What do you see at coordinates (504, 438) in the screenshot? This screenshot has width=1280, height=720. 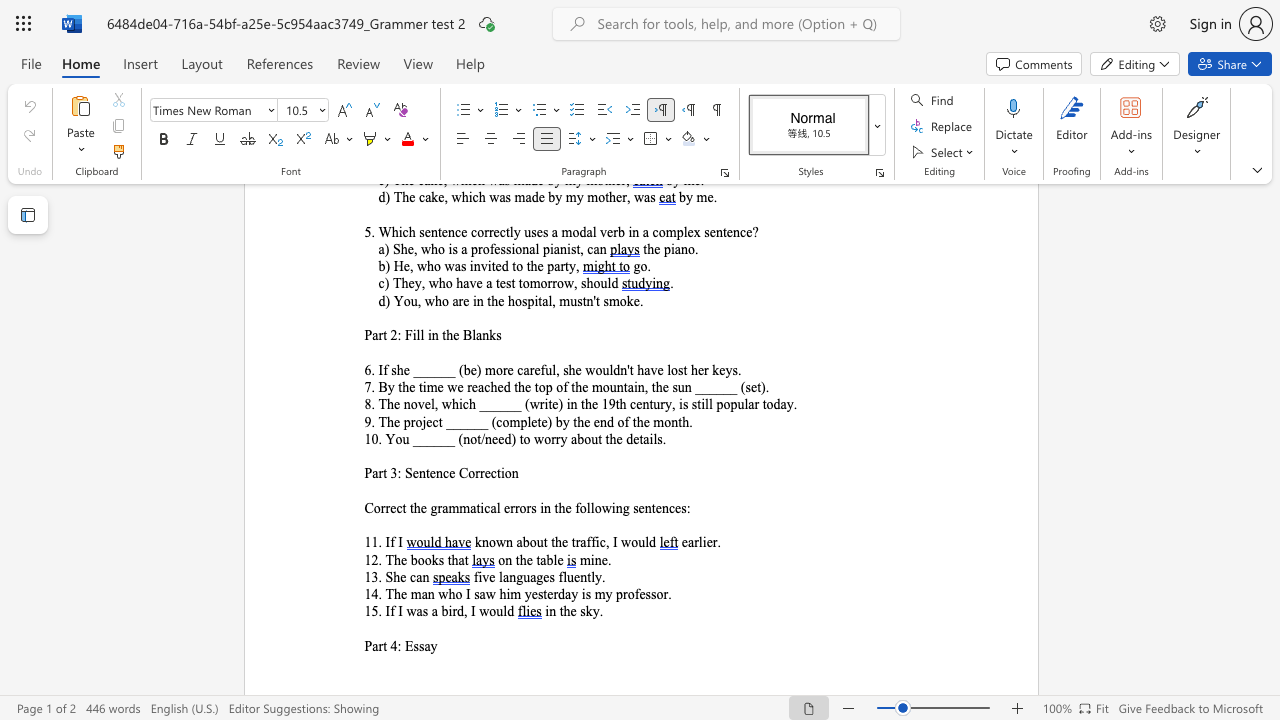 I see `the space between the continuous character "e" and "d" in the text` at bounding box center [504, 438].